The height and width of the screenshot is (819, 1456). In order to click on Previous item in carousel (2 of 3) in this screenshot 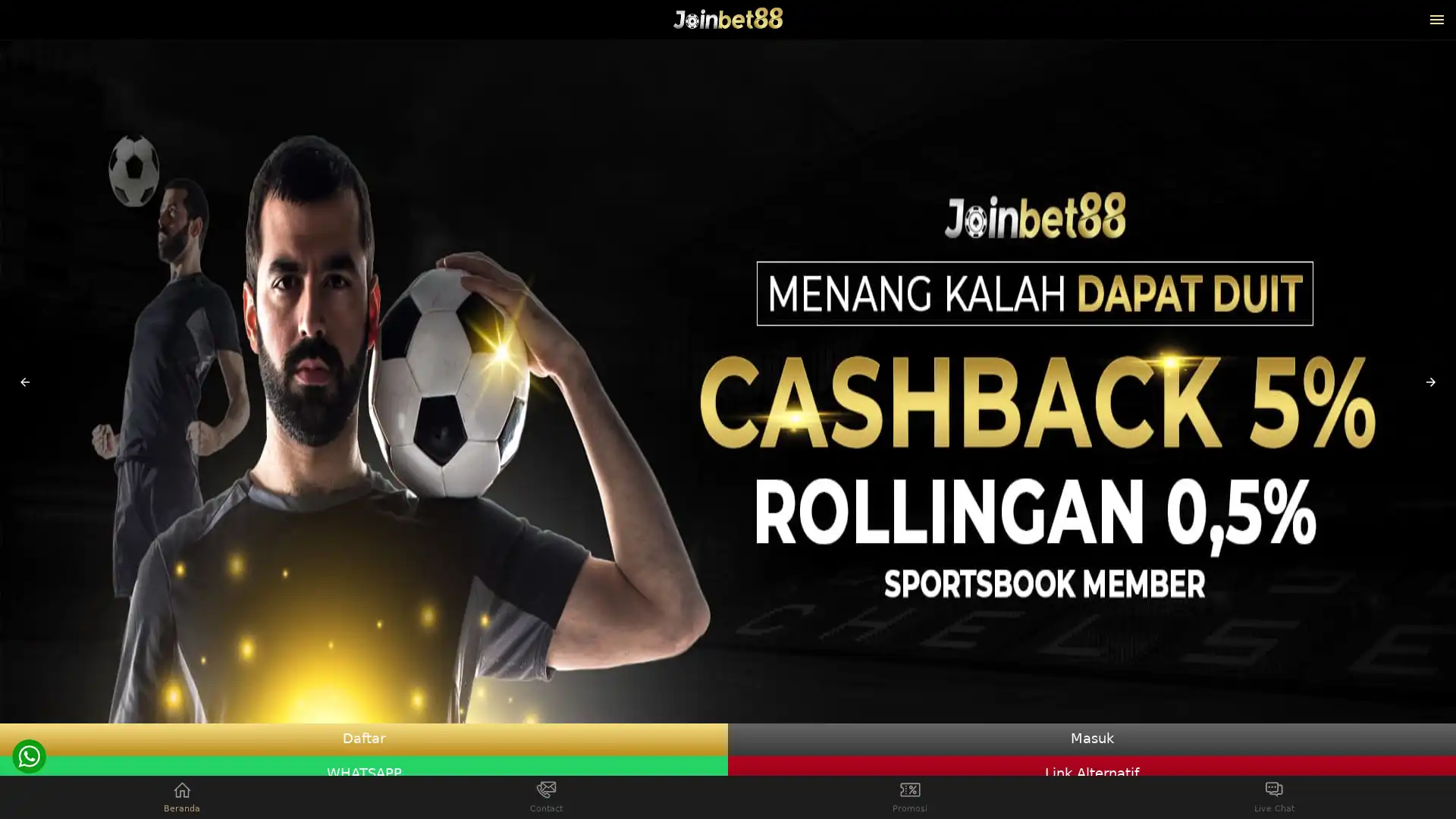, I will do `click(25, 381)`.